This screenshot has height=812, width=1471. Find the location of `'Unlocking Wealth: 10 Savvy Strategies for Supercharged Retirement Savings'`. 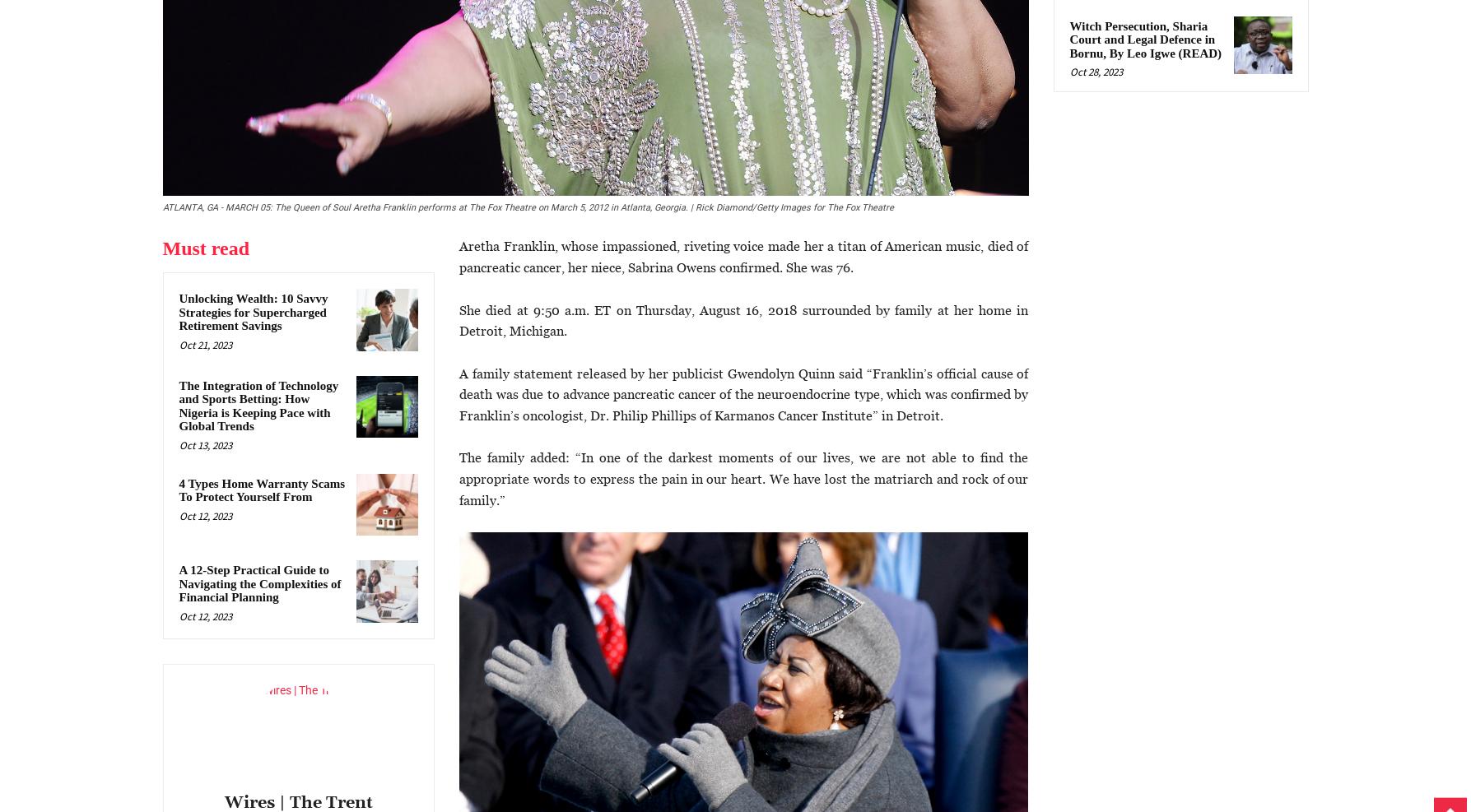

'Unlocking Wealth: 10 Savvy Strategies for Supercharged Retirement Savings' is located at coordinates (252, 312).